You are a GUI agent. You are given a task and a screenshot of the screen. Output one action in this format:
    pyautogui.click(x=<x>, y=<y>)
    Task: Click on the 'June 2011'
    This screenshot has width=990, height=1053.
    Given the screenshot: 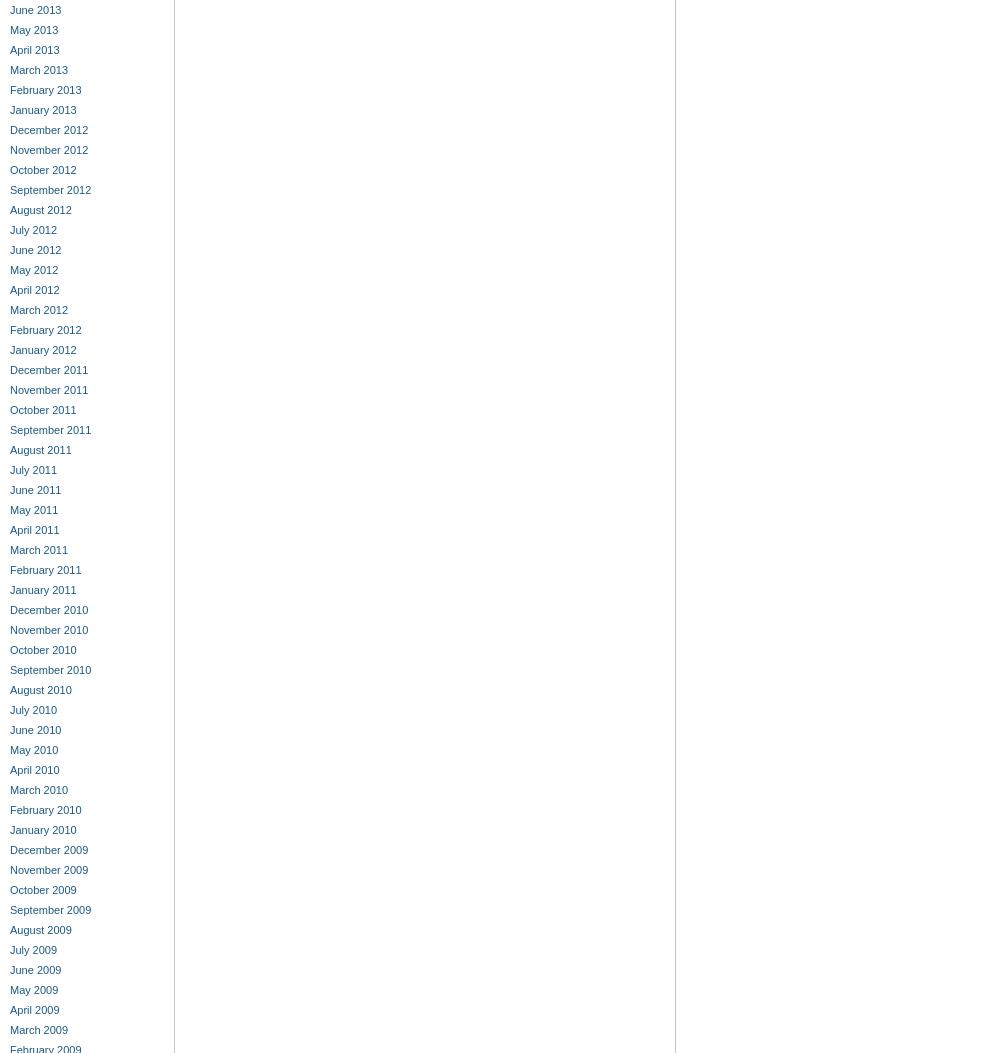 What is the action you would take?
    pyautogui.click(x=34, y=489)
    